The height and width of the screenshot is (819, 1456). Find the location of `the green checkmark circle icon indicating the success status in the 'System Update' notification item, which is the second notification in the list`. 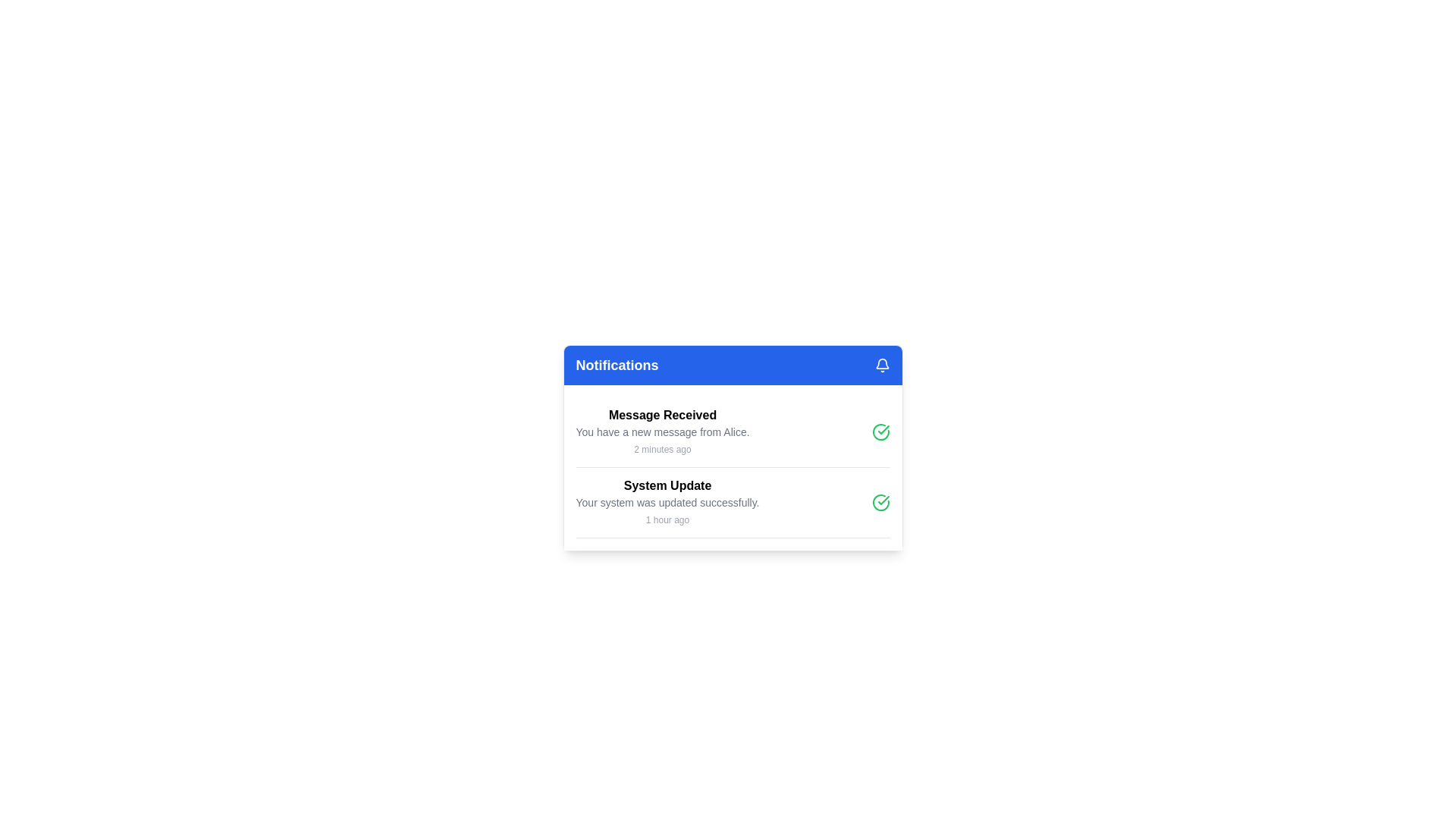

the green checkmark circle icon indicating the success status in the 'System Update' notification item, which is the second notification in the list is located at coordinates (733, 503).